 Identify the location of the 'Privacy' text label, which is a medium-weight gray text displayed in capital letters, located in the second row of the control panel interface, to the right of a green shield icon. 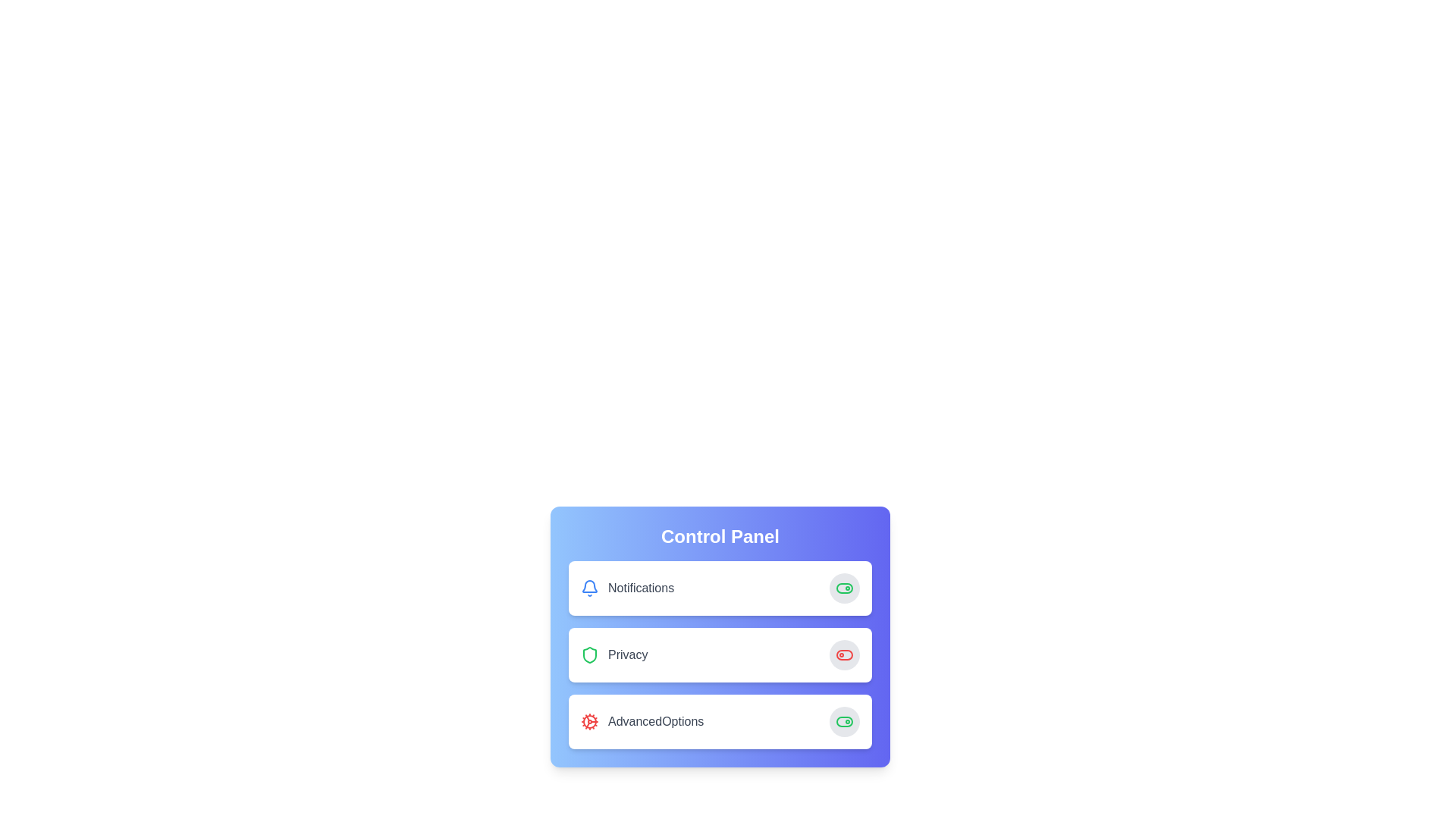
(628, 654).